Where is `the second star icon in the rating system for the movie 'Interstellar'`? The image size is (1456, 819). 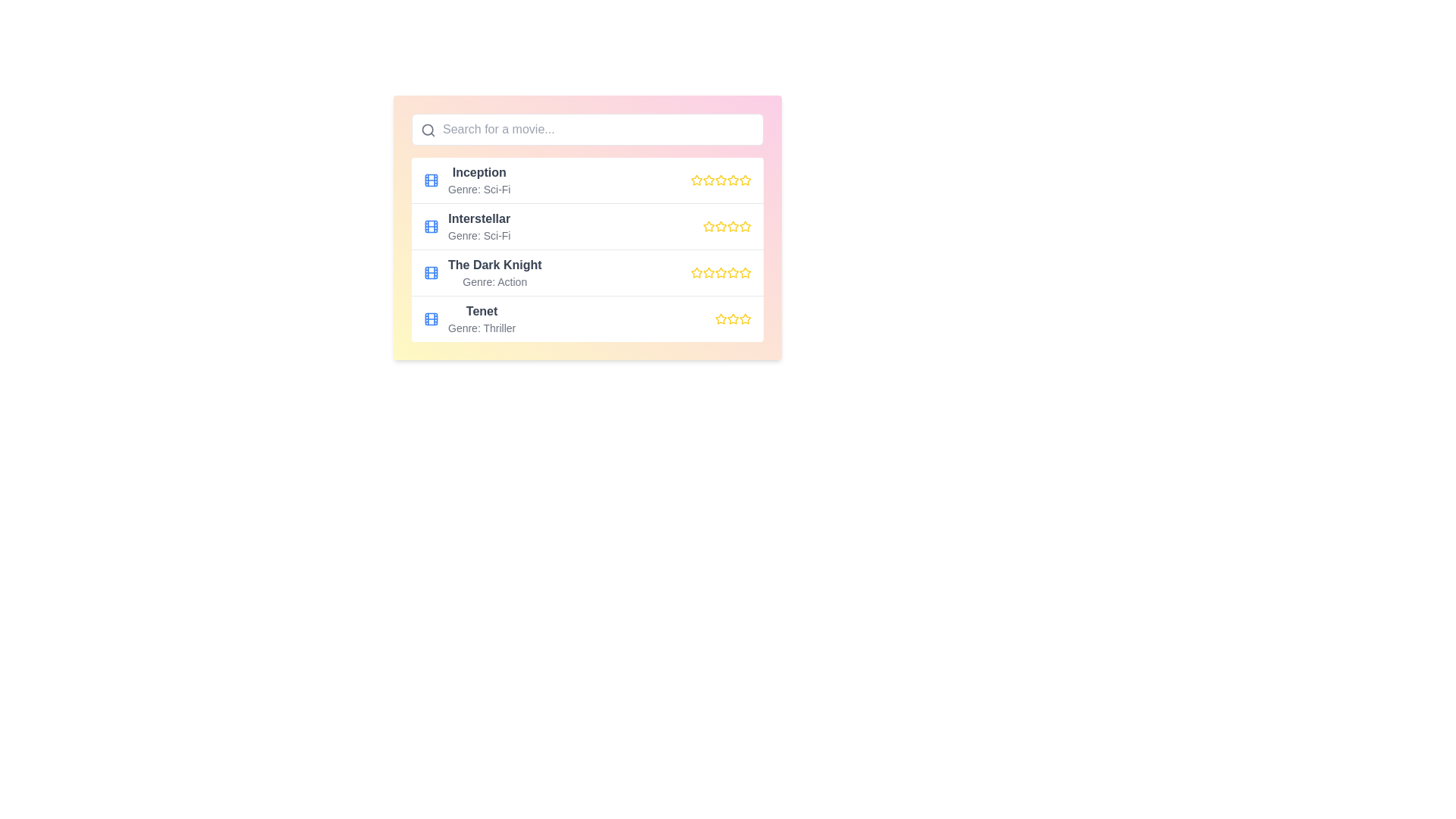 the second star icon in the rating system for the movie 'Interstellar' is located at coordinates (708, 227).